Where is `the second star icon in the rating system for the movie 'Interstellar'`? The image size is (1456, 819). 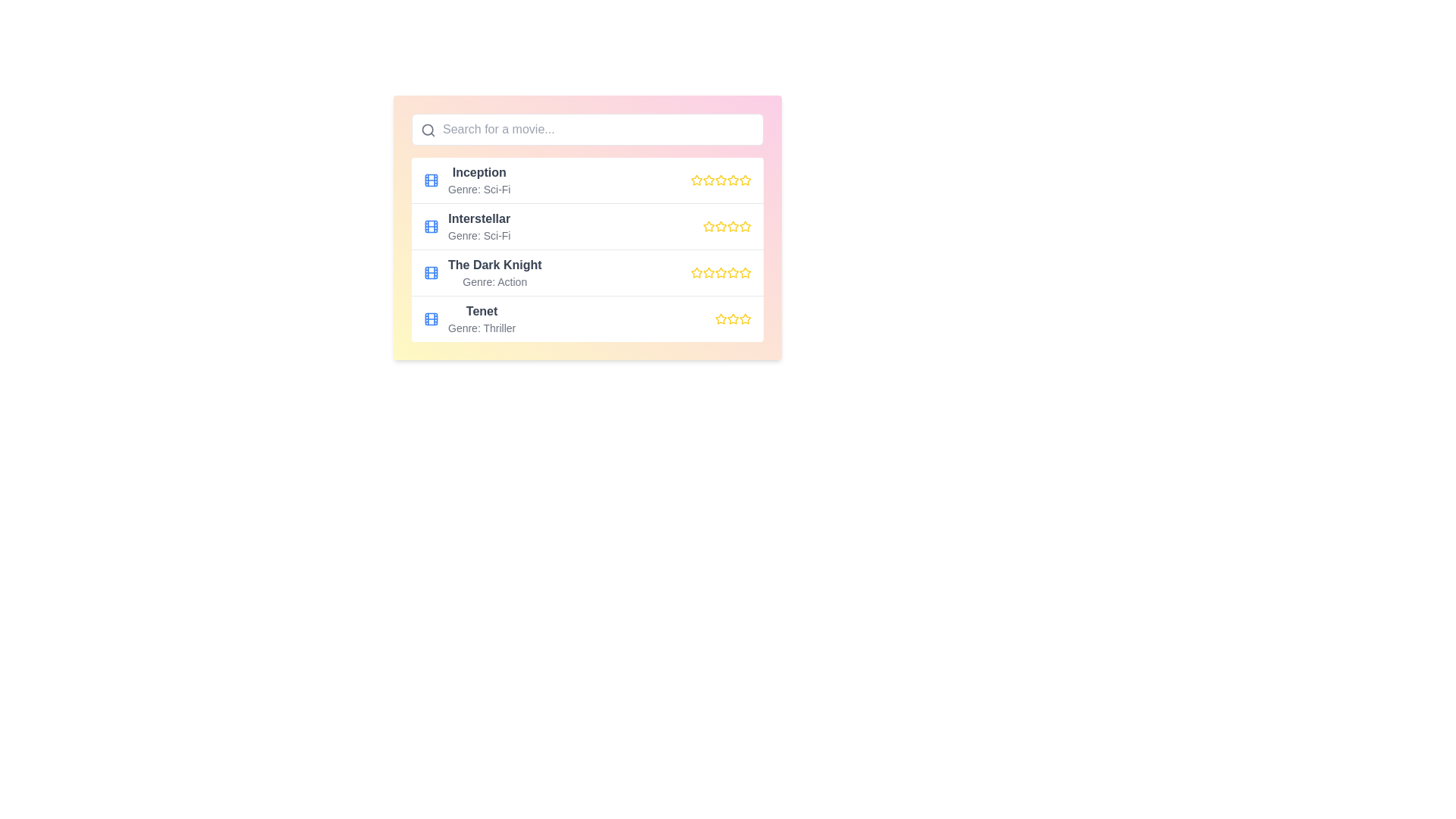 the second star icon in the rating system for the movie 'Interstellar' is located at coordinates (708, 227).